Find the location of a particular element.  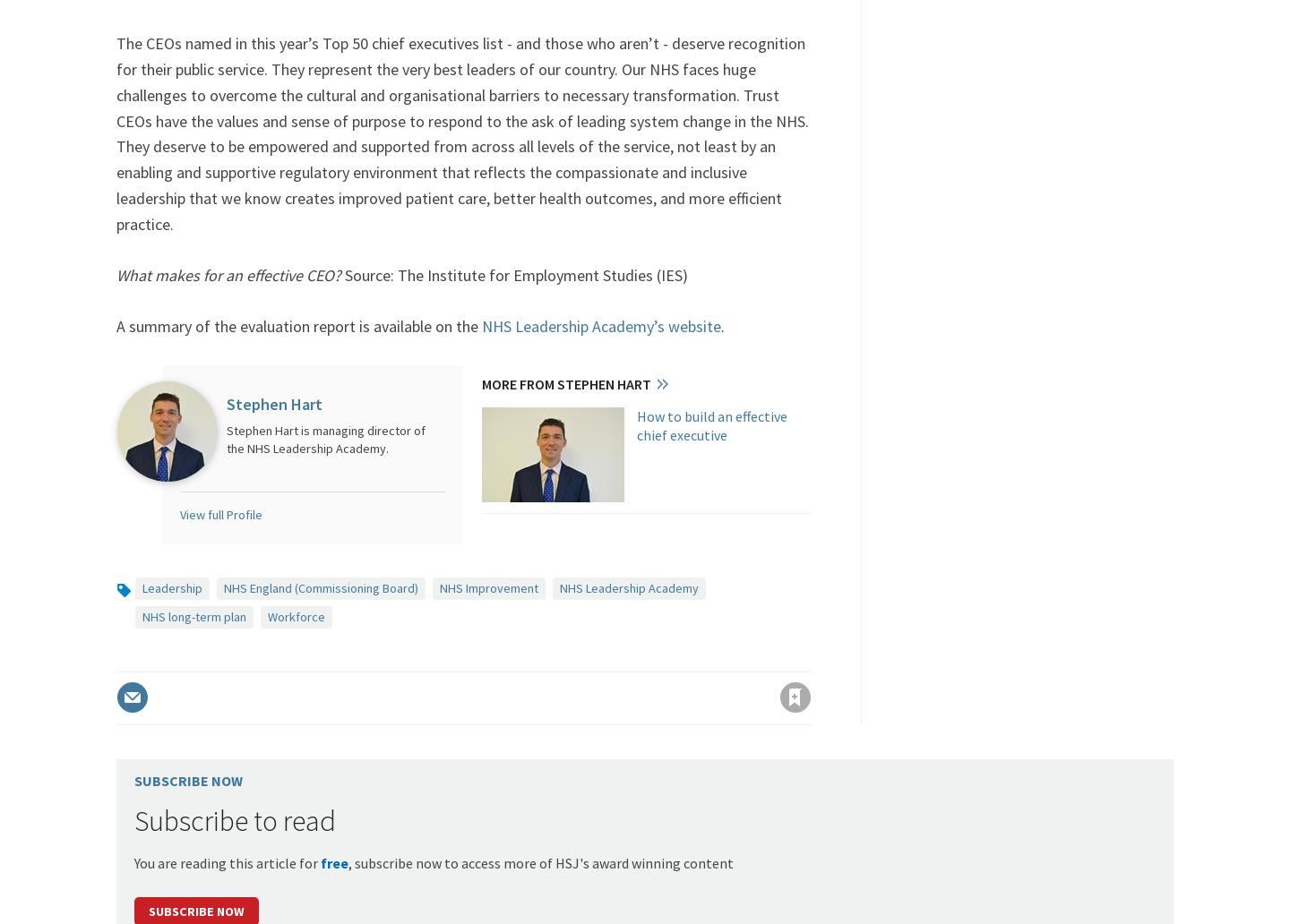

'You are reading this article for' is located at coordinates (227, 861).